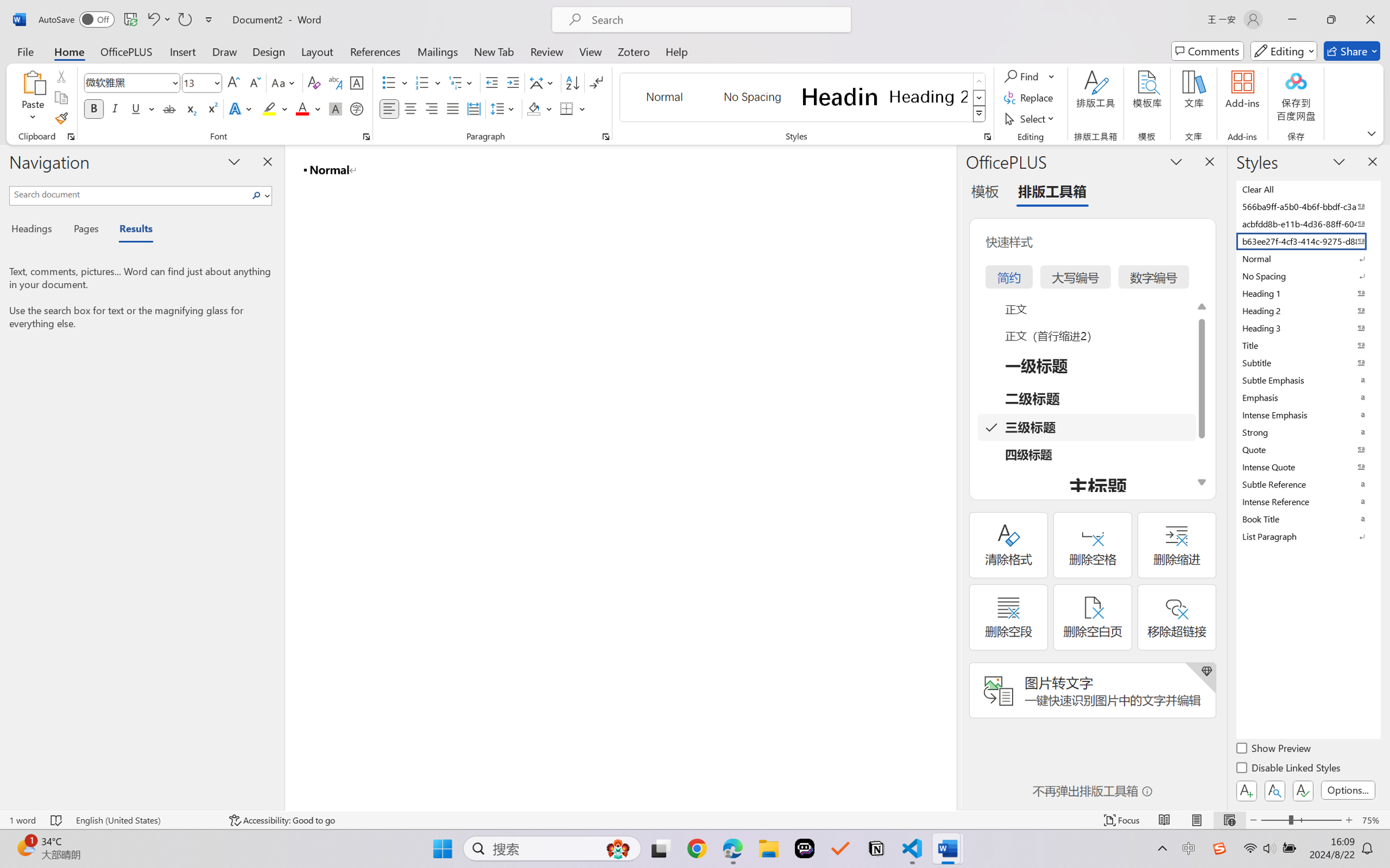  I want to click on 'Strikethrough', so click(169, 108).